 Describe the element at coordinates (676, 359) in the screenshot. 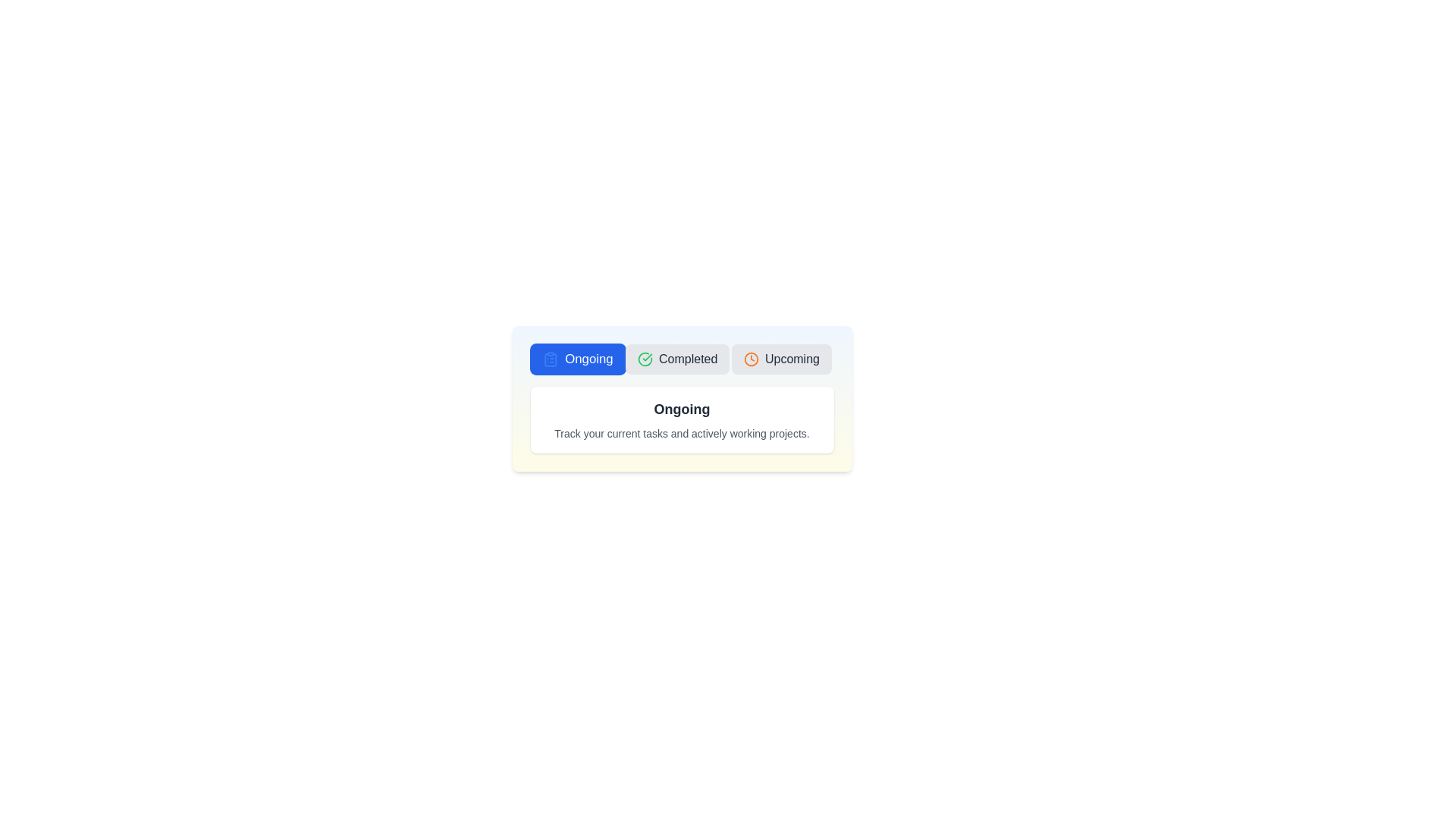

I see `the 'Completed' tab to view completed tasks` at that location.